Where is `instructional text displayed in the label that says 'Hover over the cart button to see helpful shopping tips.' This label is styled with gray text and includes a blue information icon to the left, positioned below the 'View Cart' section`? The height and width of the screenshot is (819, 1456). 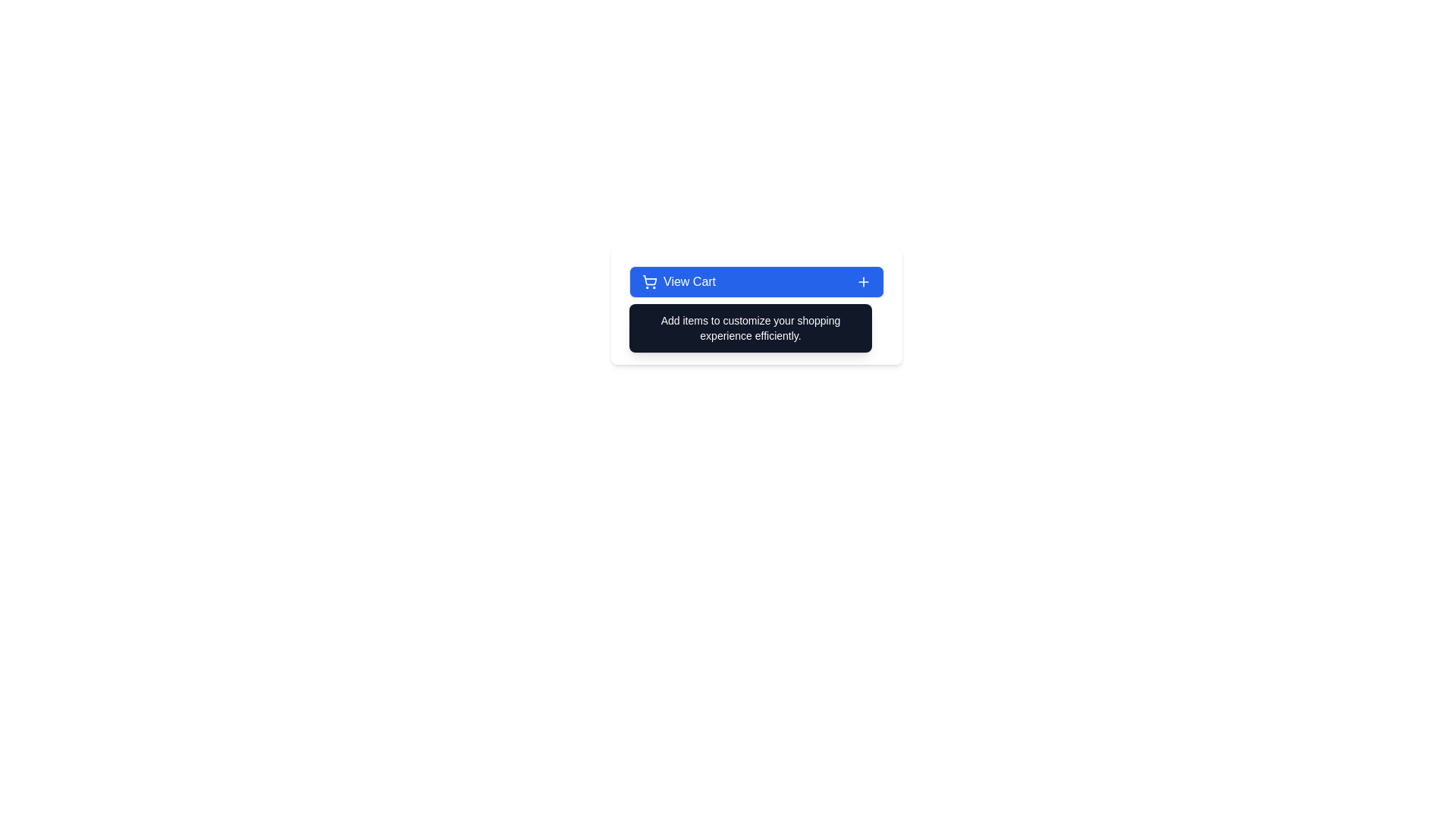 instructional text displayed in the label that says 'Hover over the cart button to see helpful shopping tips.' This label is styled with gray text and includes a blue information icon to the left, positioned below the 'View Cart' section is located at coordinates (757, 330).